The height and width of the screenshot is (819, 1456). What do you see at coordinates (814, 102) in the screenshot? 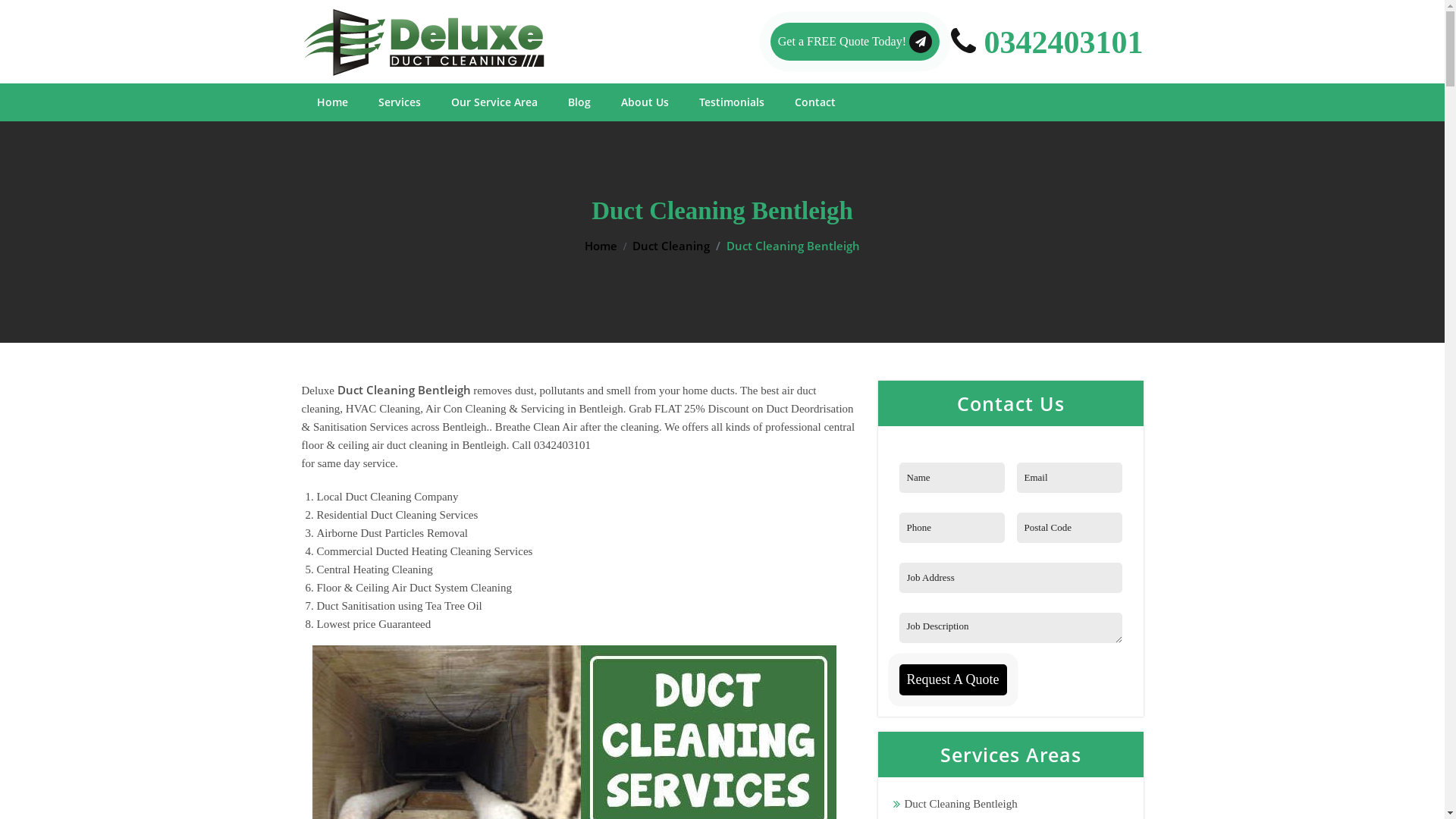
I see `'Contact'` at bounding box center [814, 102].